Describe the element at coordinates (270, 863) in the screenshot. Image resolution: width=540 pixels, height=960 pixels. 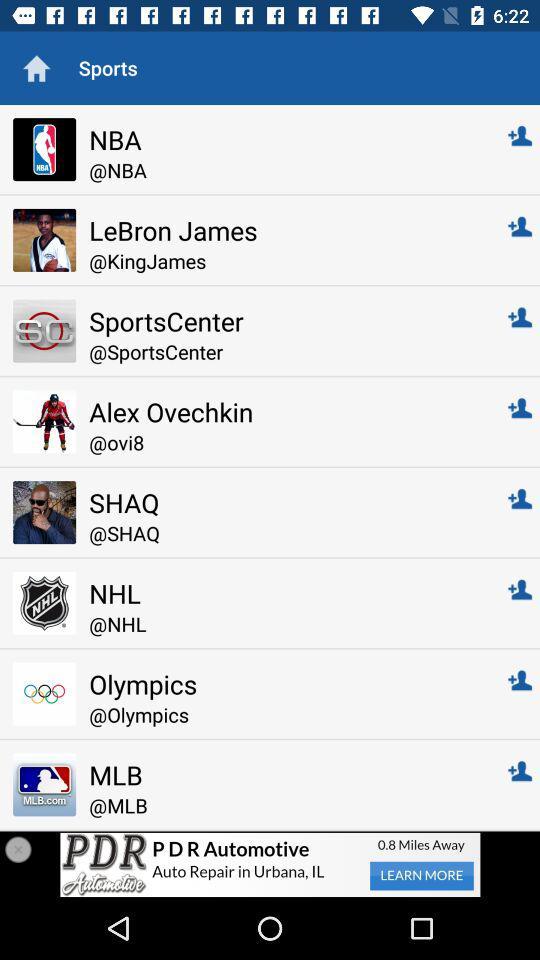
I see `the item below the @mlb` at that location.